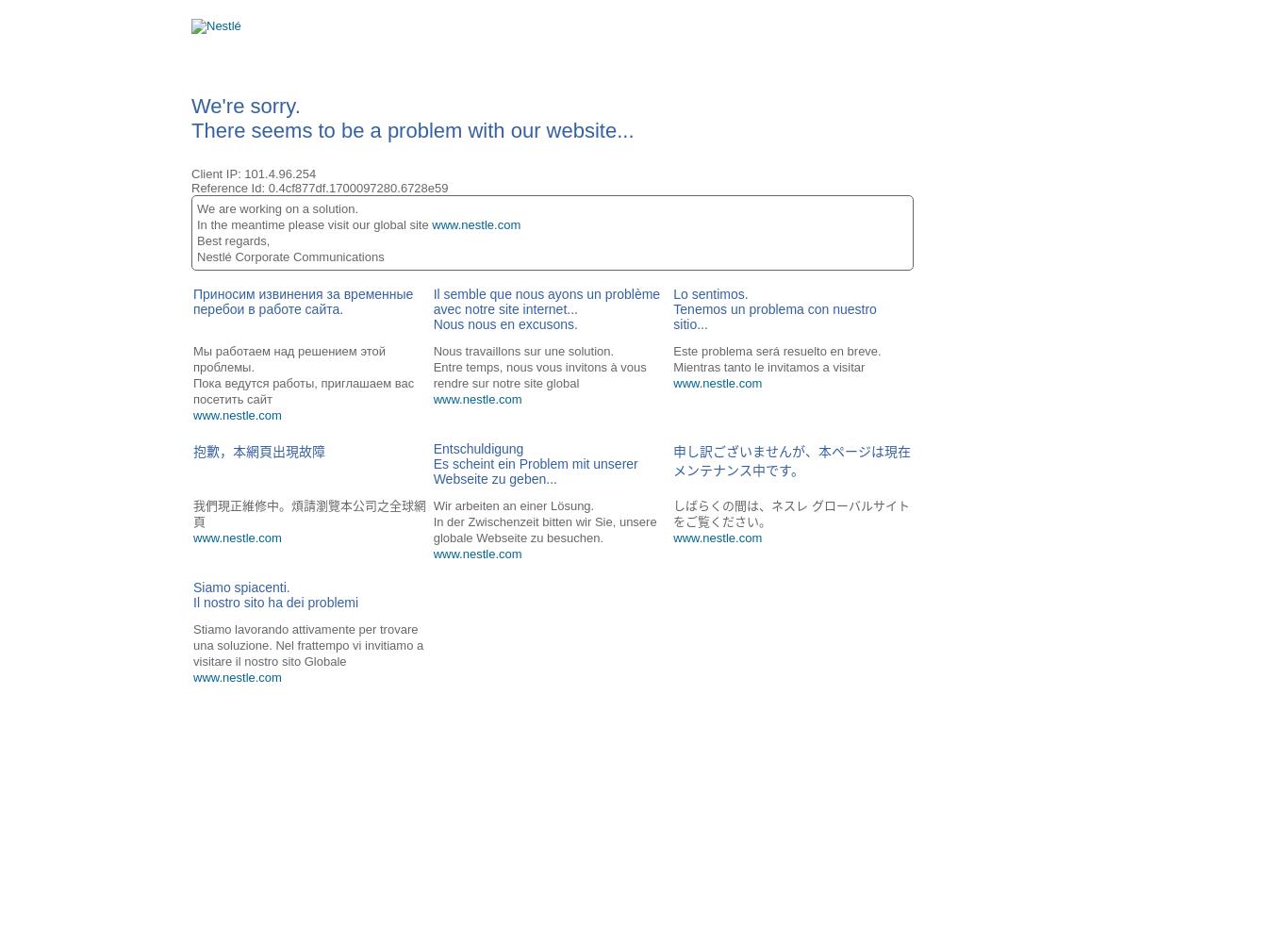 The width and height of the screenshot is (1288, 943). I want to click on 'We are working on a solution.', so click(277, 207).